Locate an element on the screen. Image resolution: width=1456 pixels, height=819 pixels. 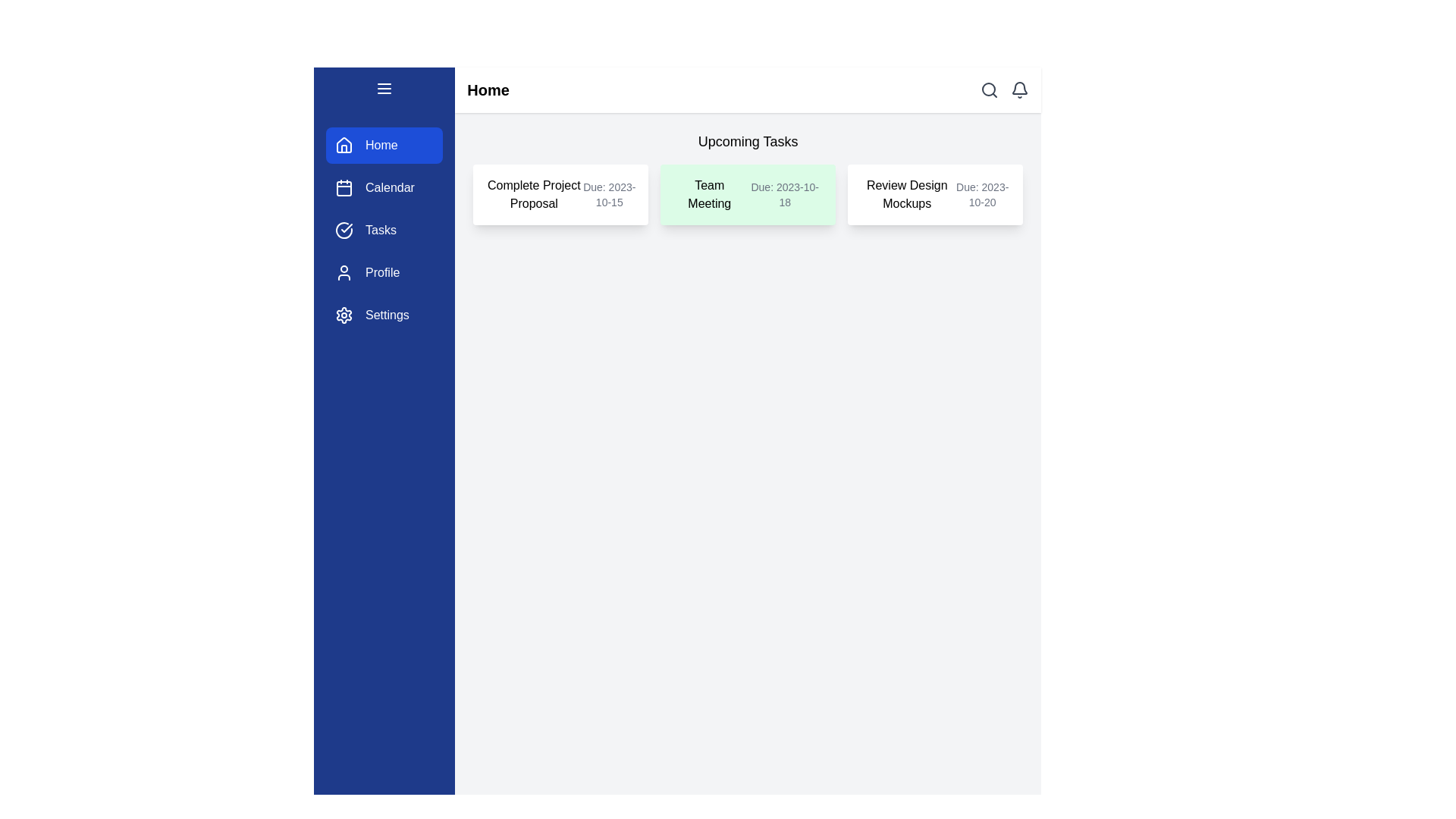
the circular task completion indicator icon with a checkmark located to the far left in the navigation menu, next to the 'Tasks' text is located at coordinates (344, 231).